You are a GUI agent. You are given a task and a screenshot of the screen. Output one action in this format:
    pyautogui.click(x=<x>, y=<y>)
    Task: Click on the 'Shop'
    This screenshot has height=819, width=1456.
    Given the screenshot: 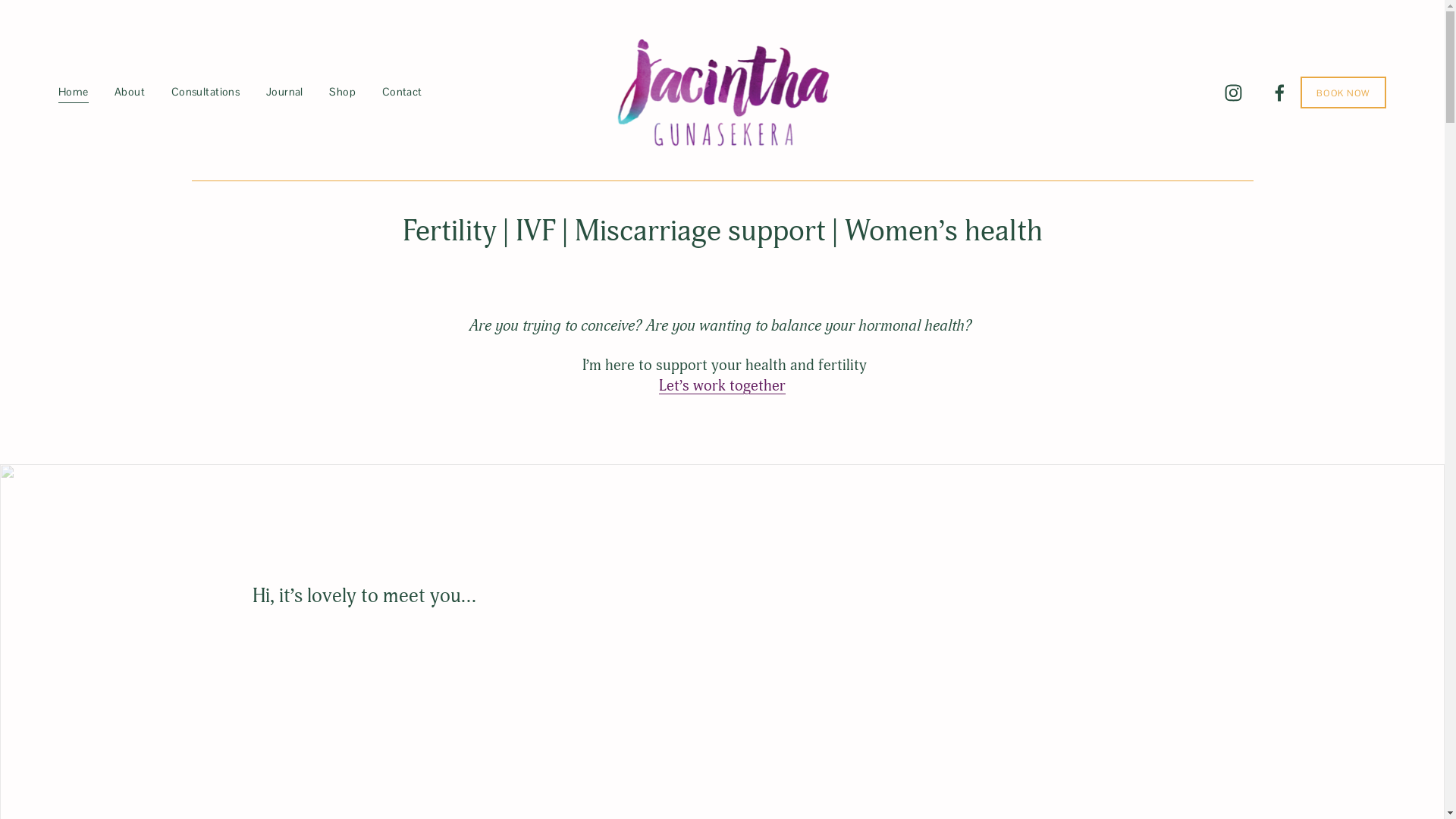 What is the action you would take?
    pyautogui.click(x=328, y=93)
    